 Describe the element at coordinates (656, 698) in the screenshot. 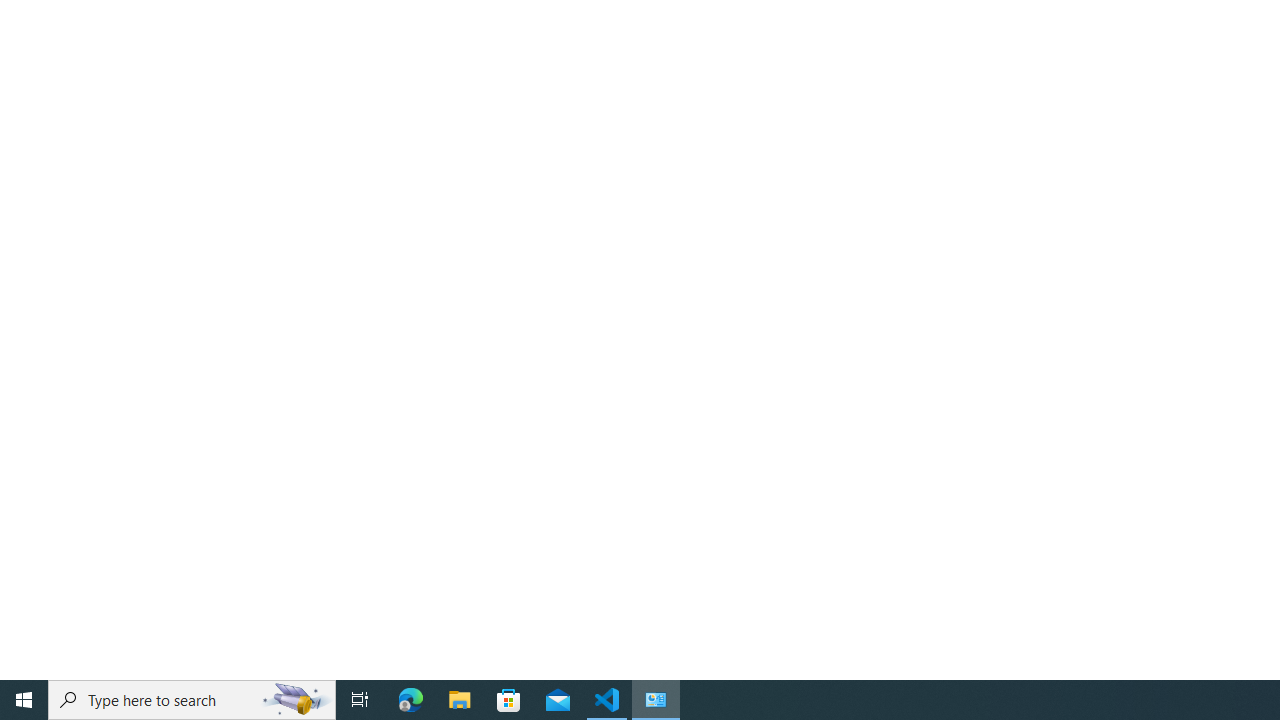

I see `'Control Panel - 1 running window'` at that location.